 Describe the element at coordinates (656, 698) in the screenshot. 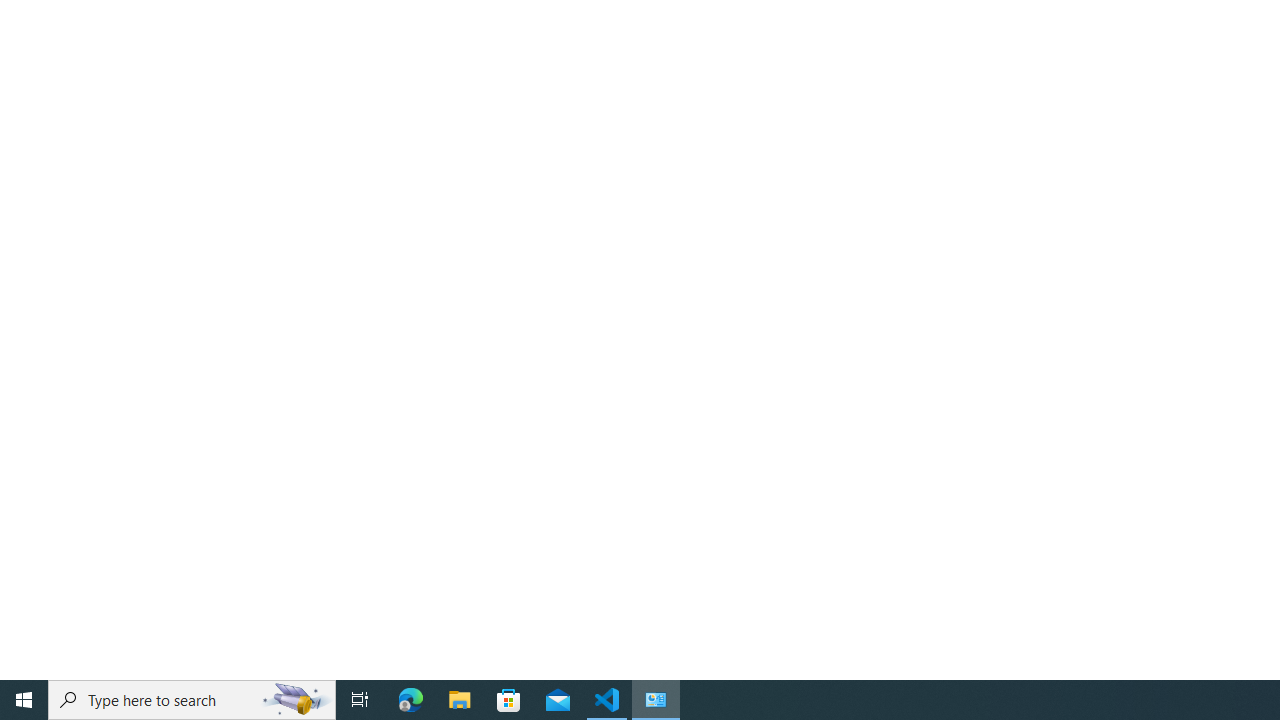

I see `'Control Panel - 1 running window'` at that location.